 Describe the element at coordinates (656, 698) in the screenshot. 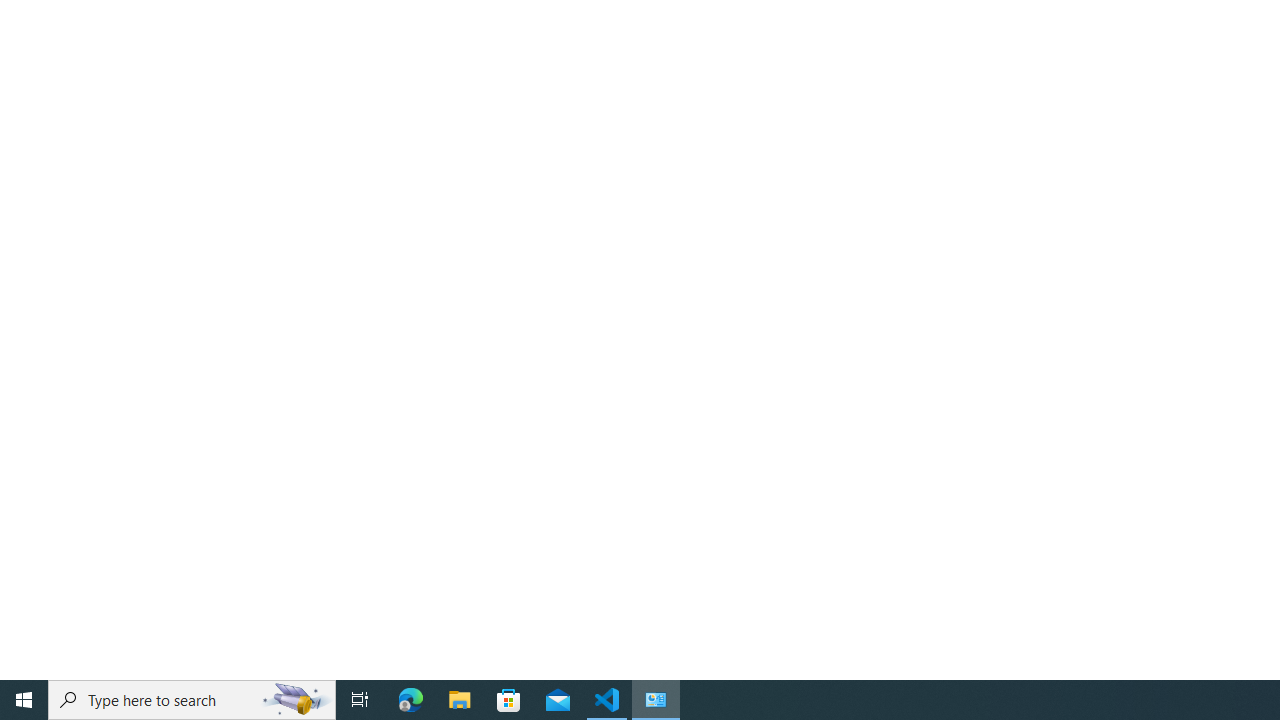

I see `'Control Panel - 1 running window'` at that location.